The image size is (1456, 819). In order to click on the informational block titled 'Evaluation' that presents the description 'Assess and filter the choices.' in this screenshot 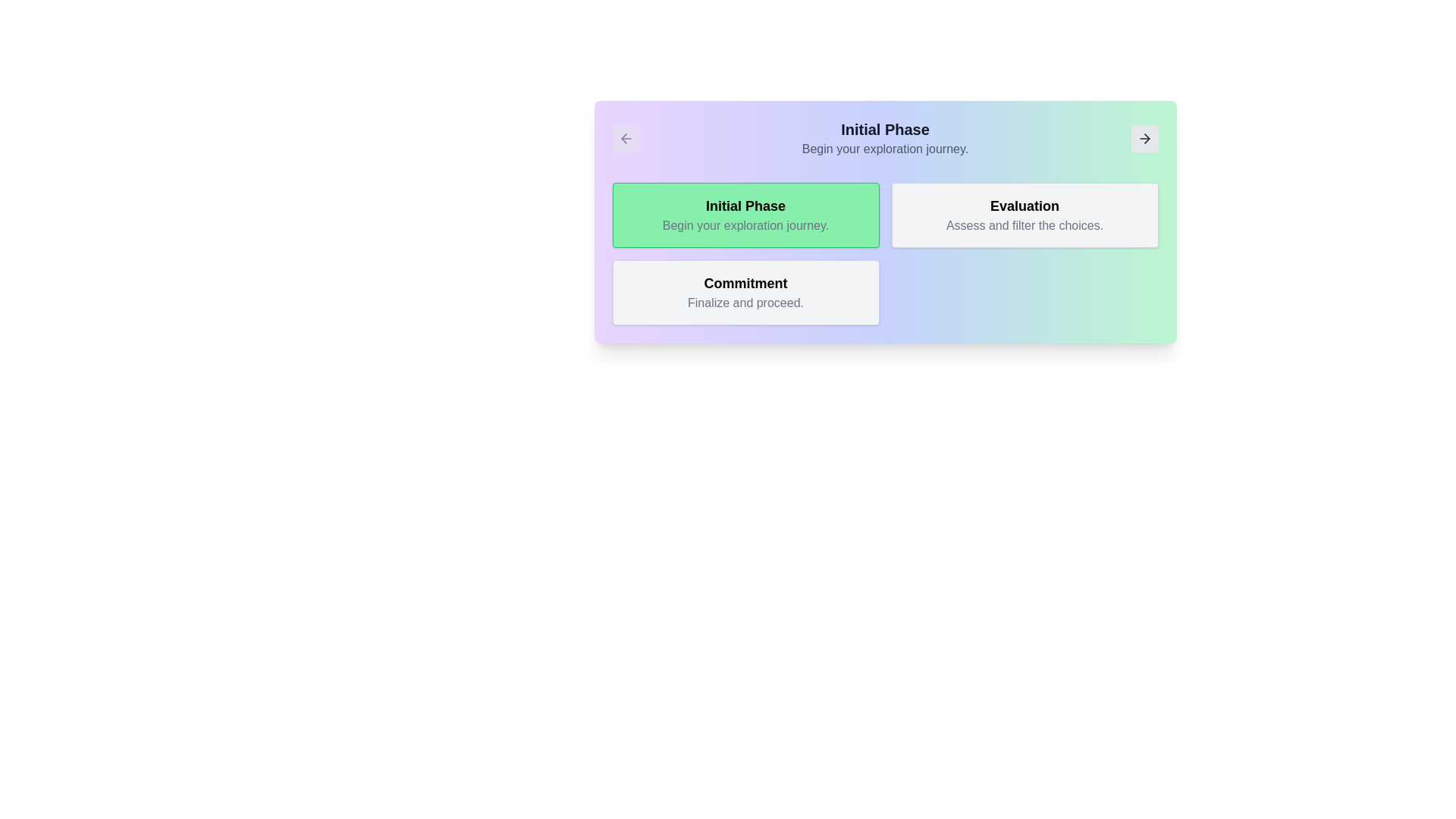, I will do `click(1025, 215)`.